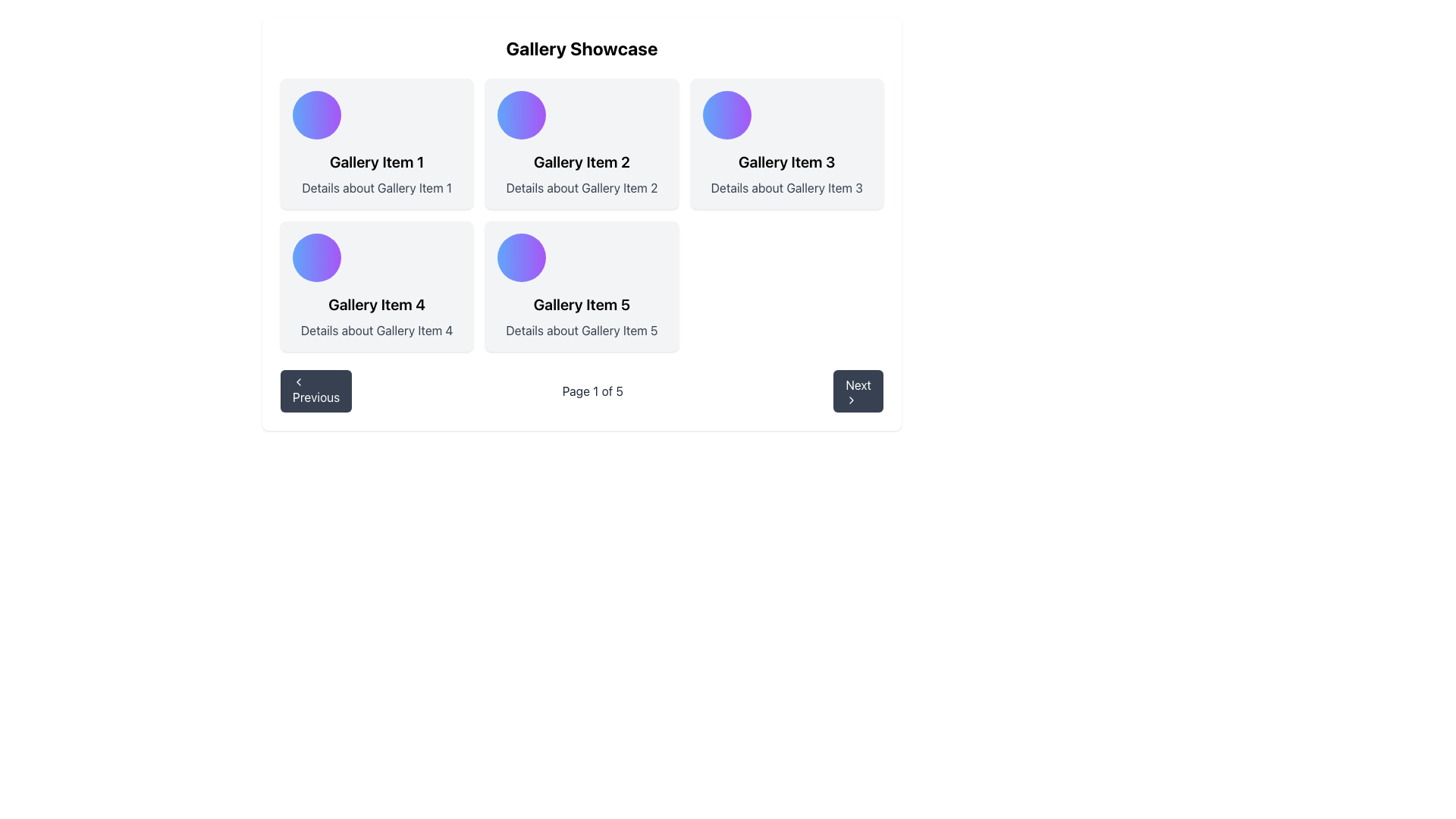 This screenshot has width=1456, height=819. What do you see at coordinates (581, 143) in the screenshot?
I see `the informational card displaying details about 'Gallery Item 2', located in the top row, middle column of the grid layout` at bounding box center [581, 143].